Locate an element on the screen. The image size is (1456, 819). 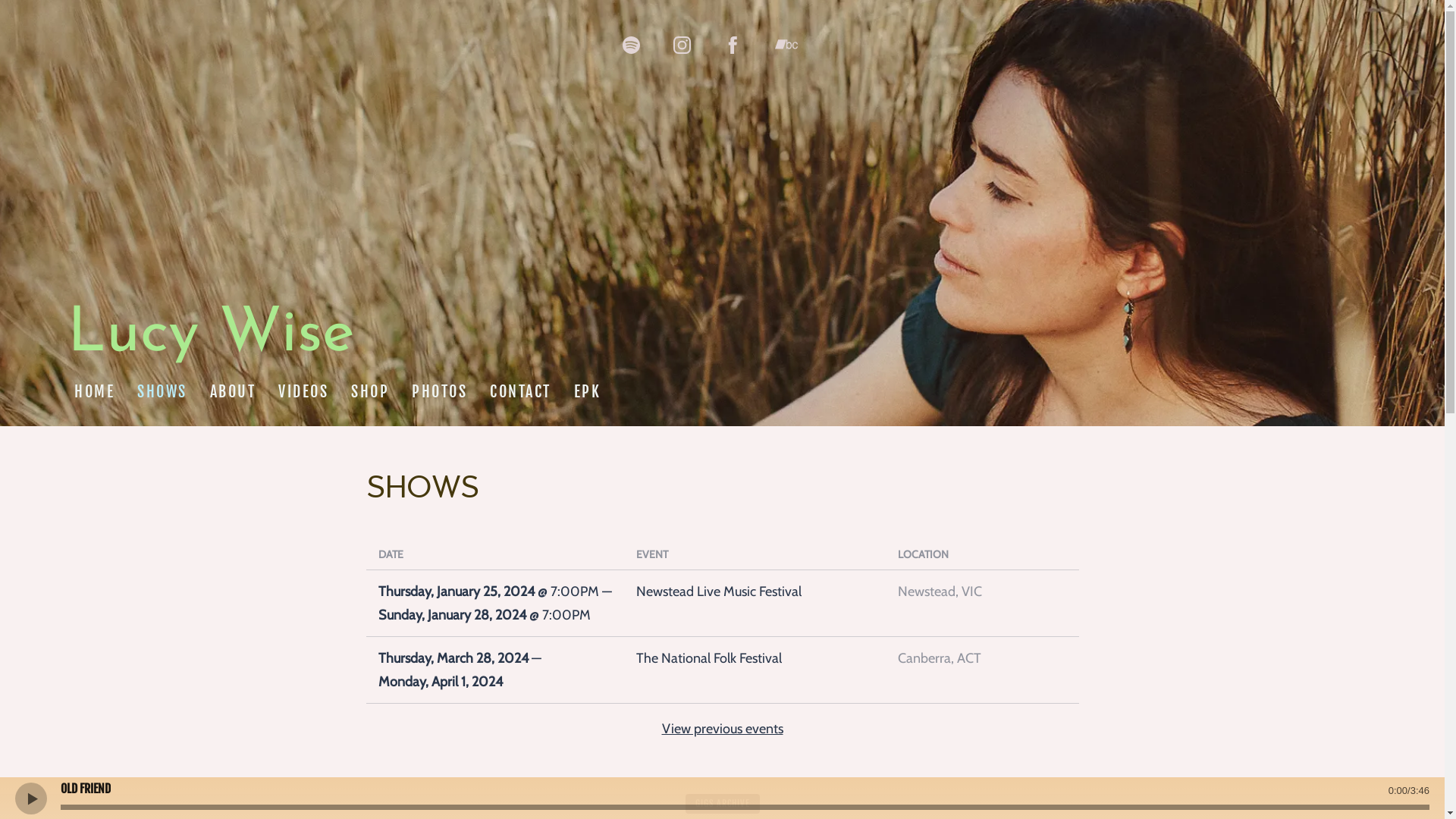
'The National Folk Festival' is located at coordinates (754, 657).